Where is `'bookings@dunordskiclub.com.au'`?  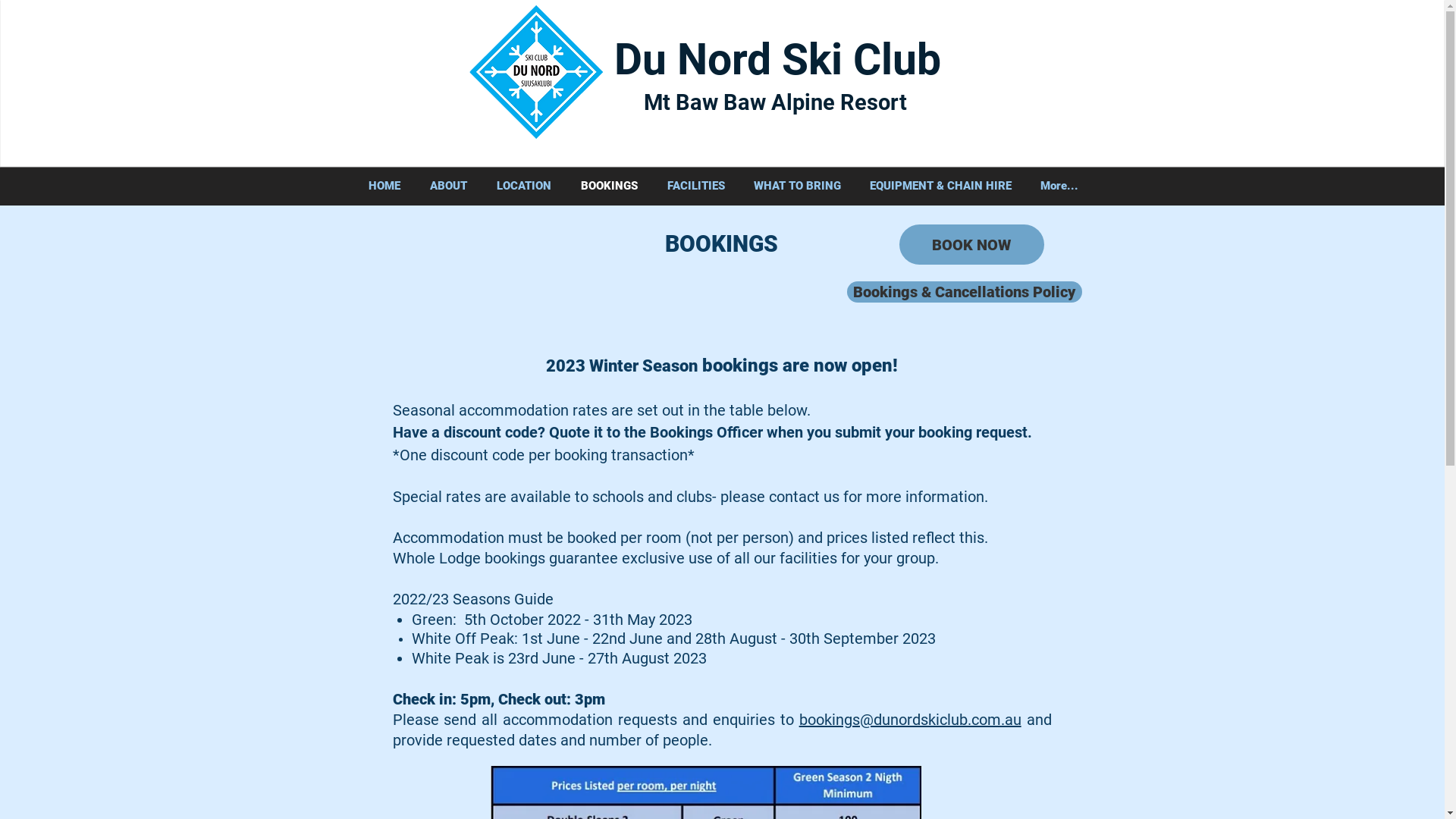
'bookings@dunordskiclub.com.au' is located at coordinates (910, 718).